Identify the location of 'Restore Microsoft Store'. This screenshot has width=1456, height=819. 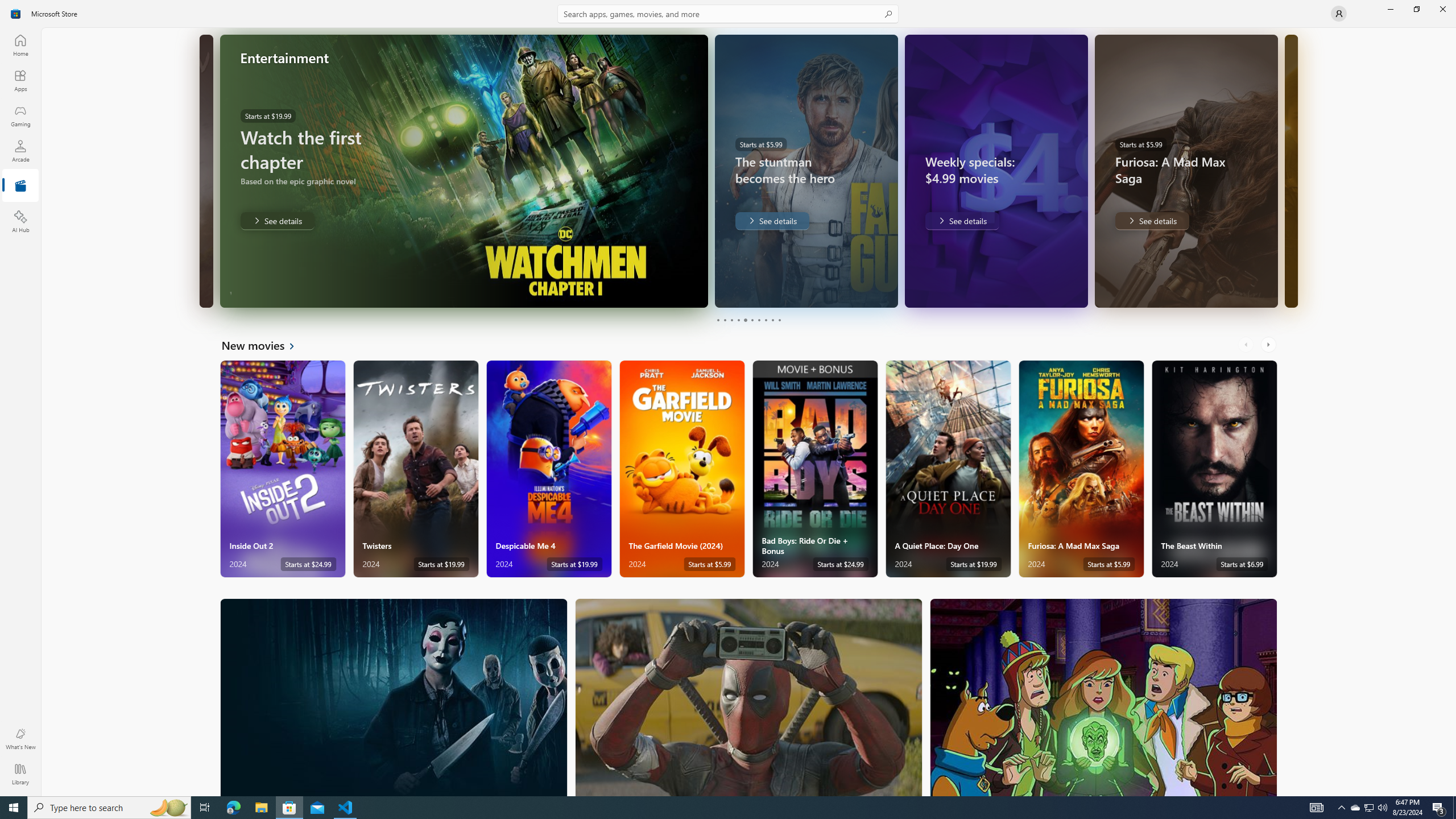
(1416, 9).